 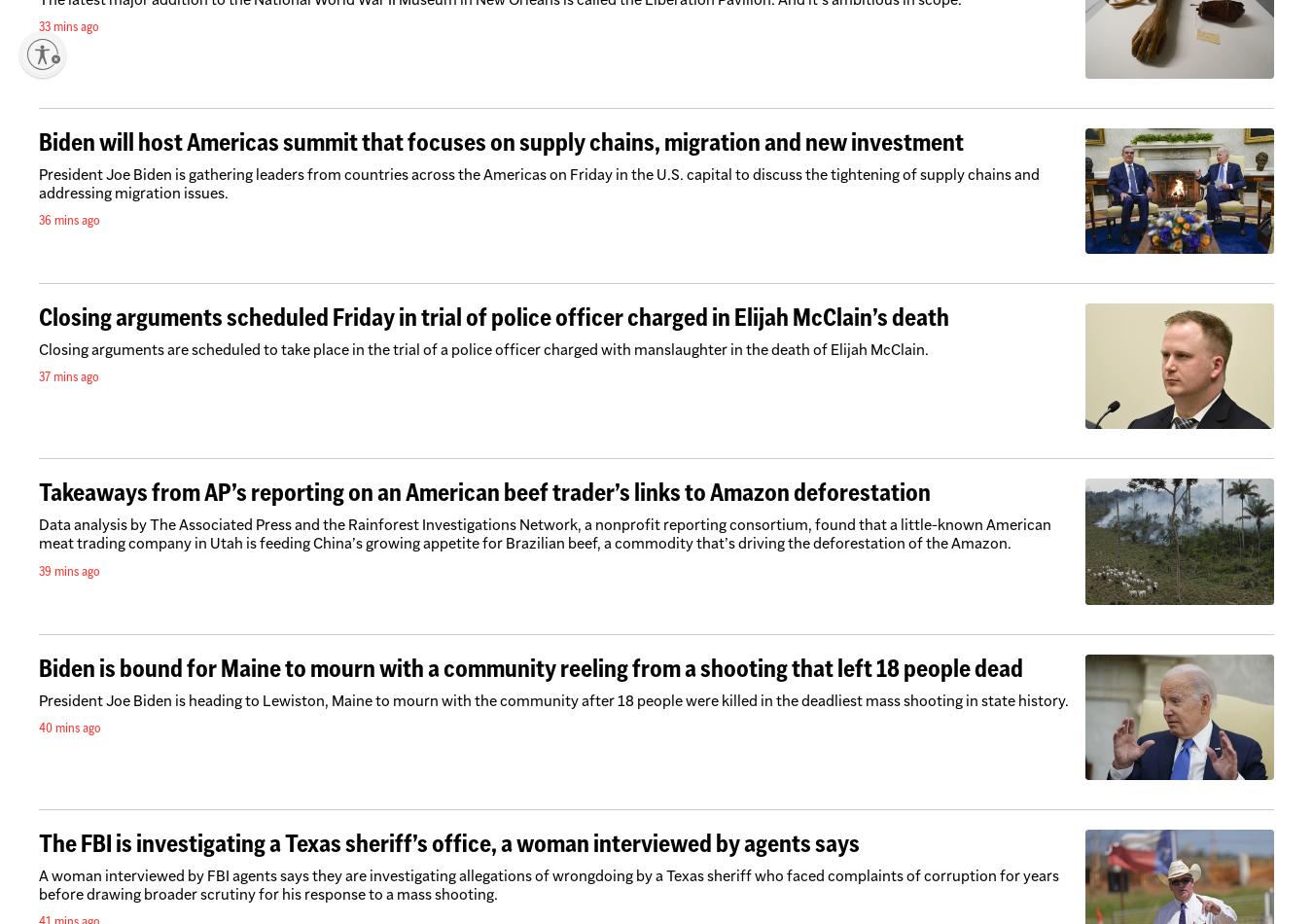 What do you see at coordinates (68, 25) in the screenshot?
I see `'33 mins ago'` at bounding box center [68, 25].